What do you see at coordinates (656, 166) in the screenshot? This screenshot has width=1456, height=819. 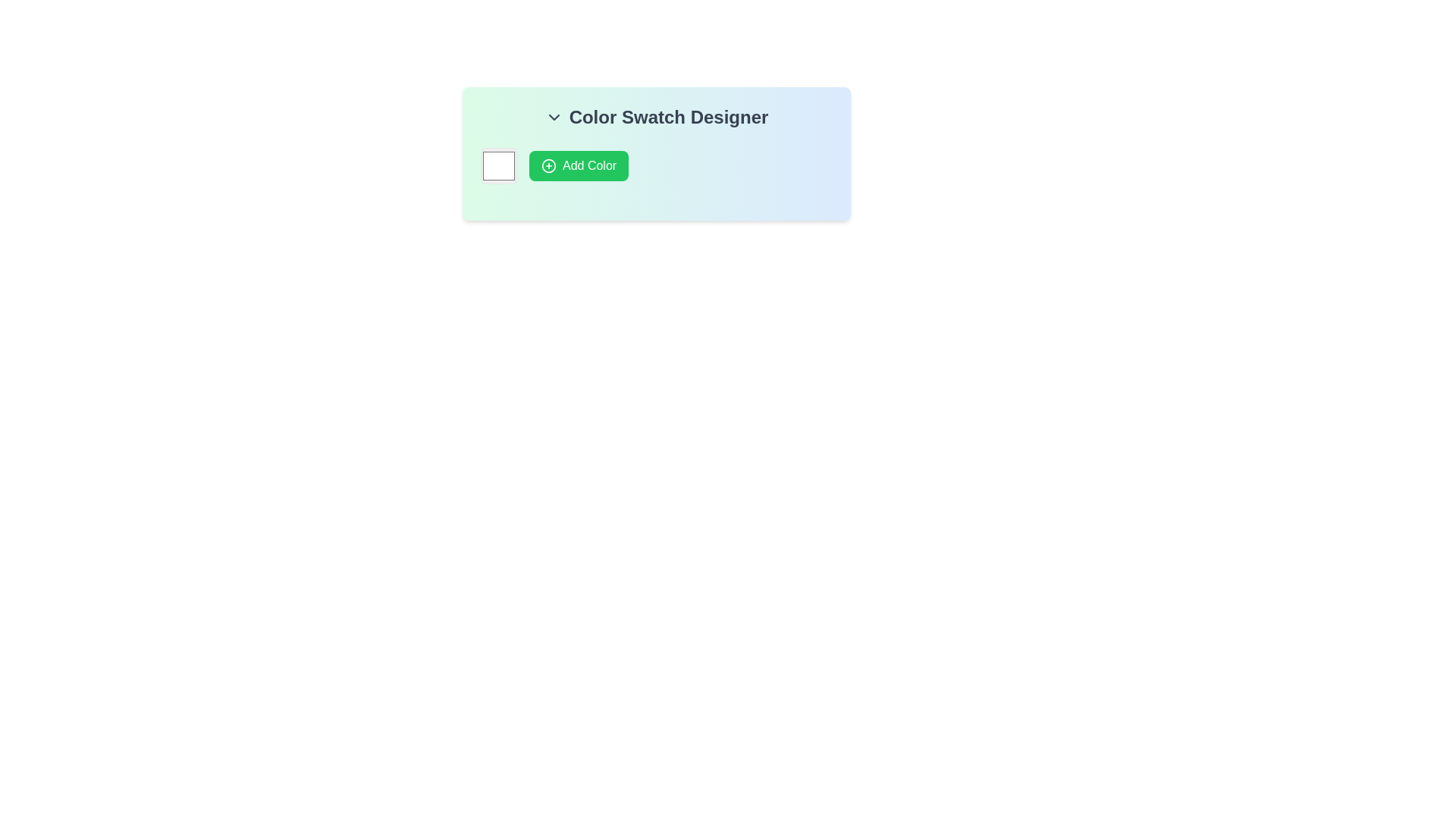 I see `the composite UI component consisting of a color preview box, a green button labeled 'Add Color', and additional blank space, located below the title 'Color Swatch Designer'` at bounding box center [656, 166].